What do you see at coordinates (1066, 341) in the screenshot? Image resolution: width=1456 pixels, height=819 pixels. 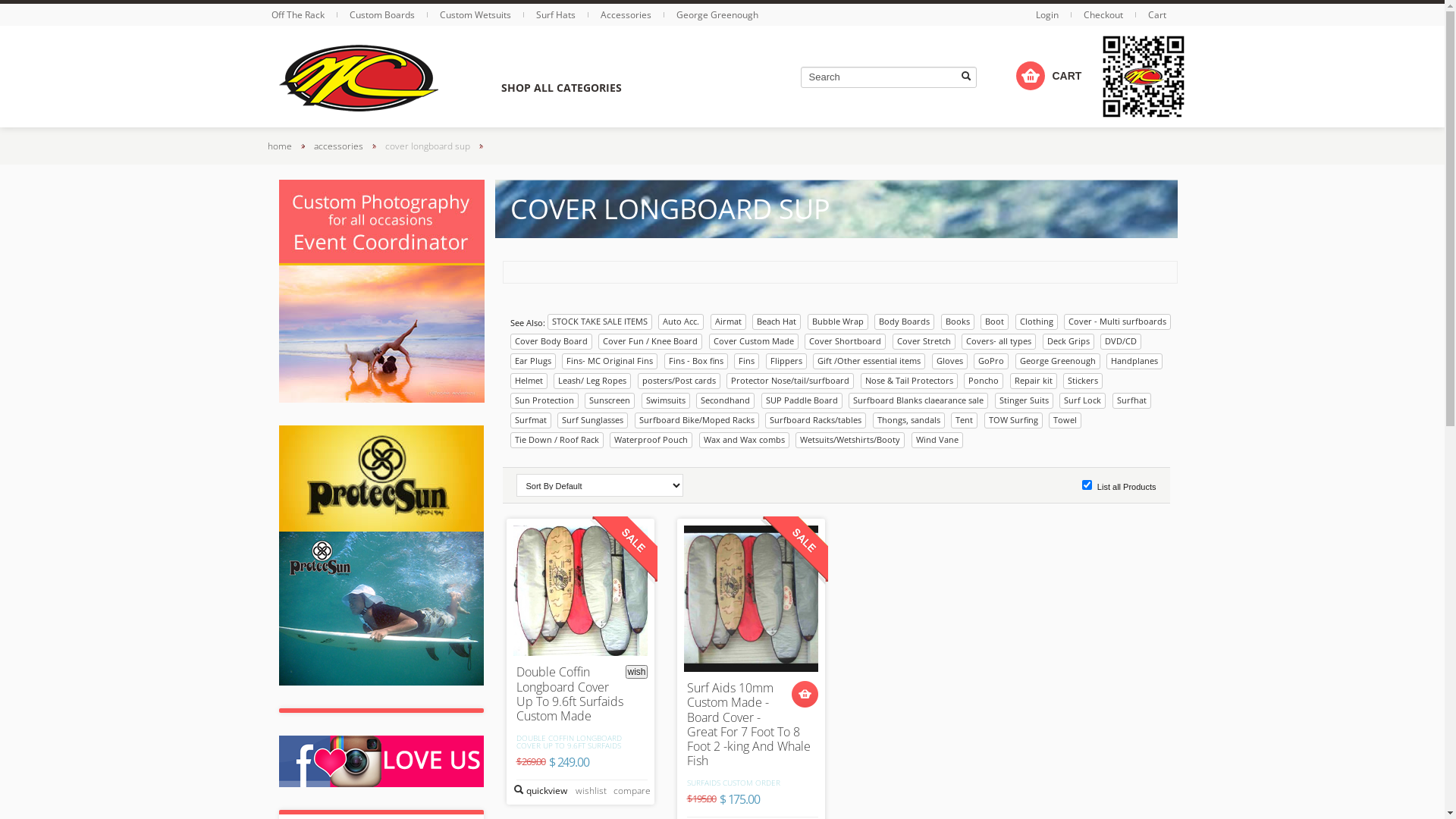 I see `'Deck Grips'` at bounding box center [1066, 341].